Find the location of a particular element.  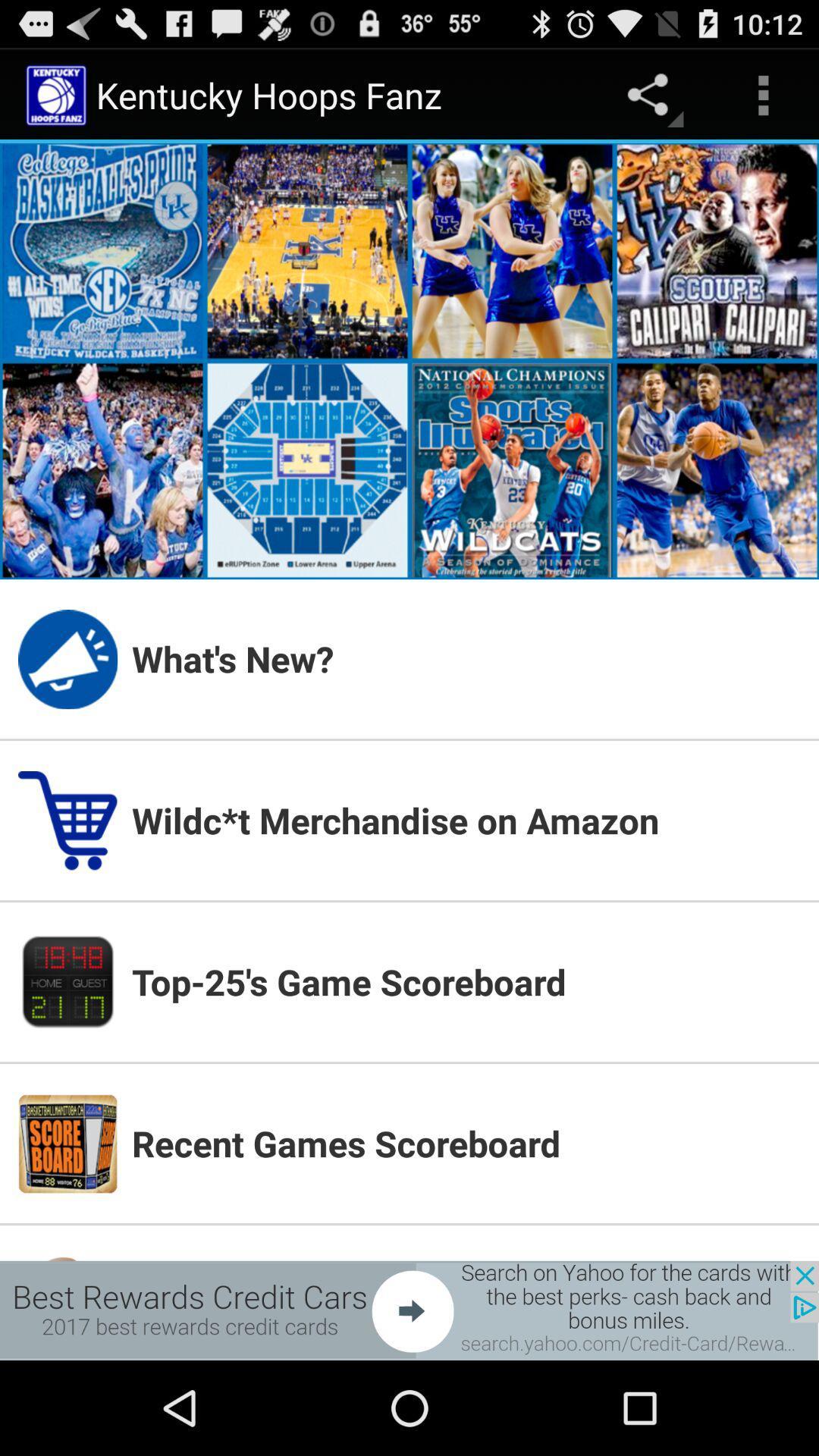

banner advertisement is located at coordinates (409, 1310).